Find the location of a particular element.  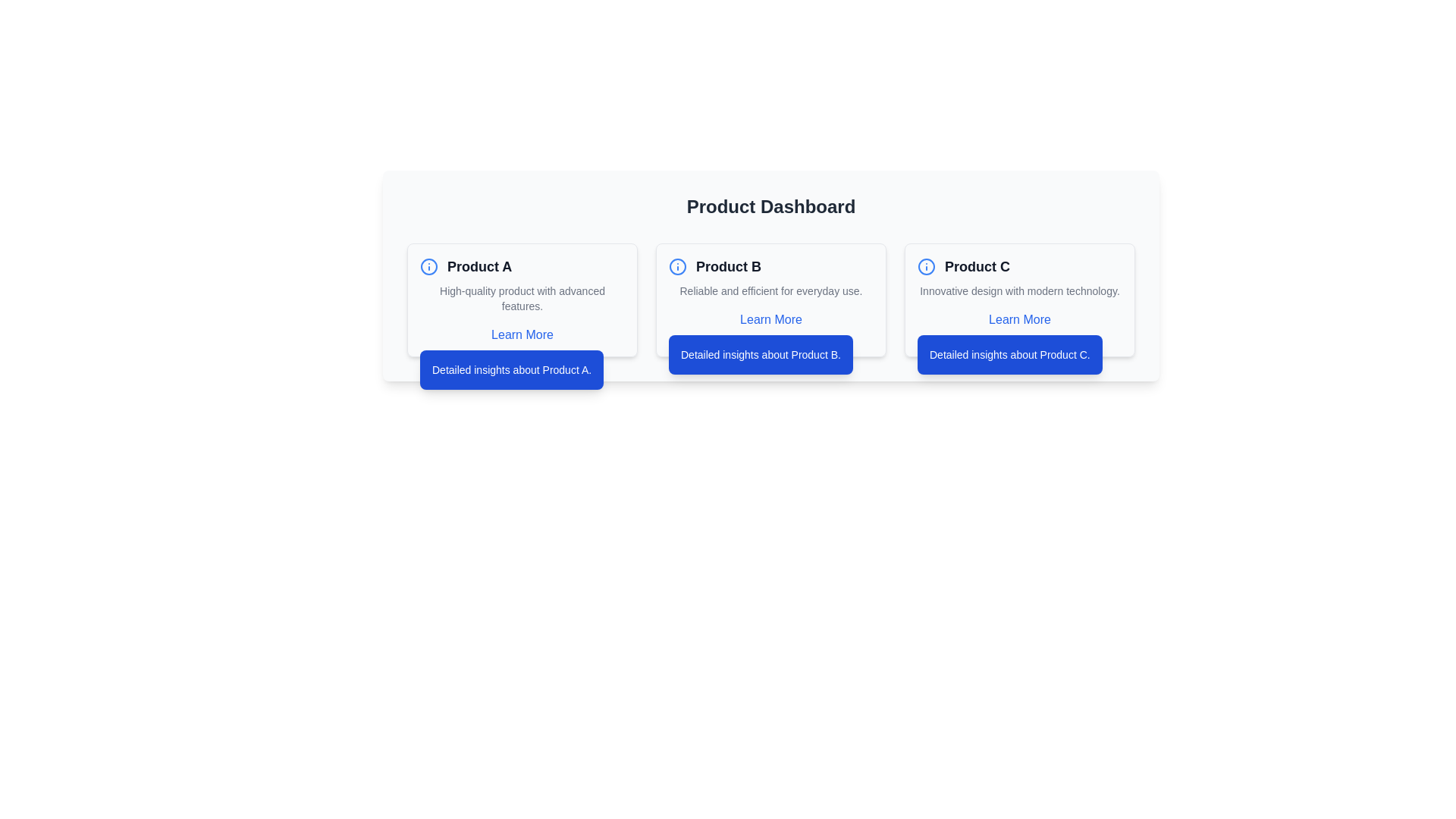

the information icon resembling an 'i' in a blue circular outline, located to the left of the heading 'Product A' is located at coordinates (428, 265).